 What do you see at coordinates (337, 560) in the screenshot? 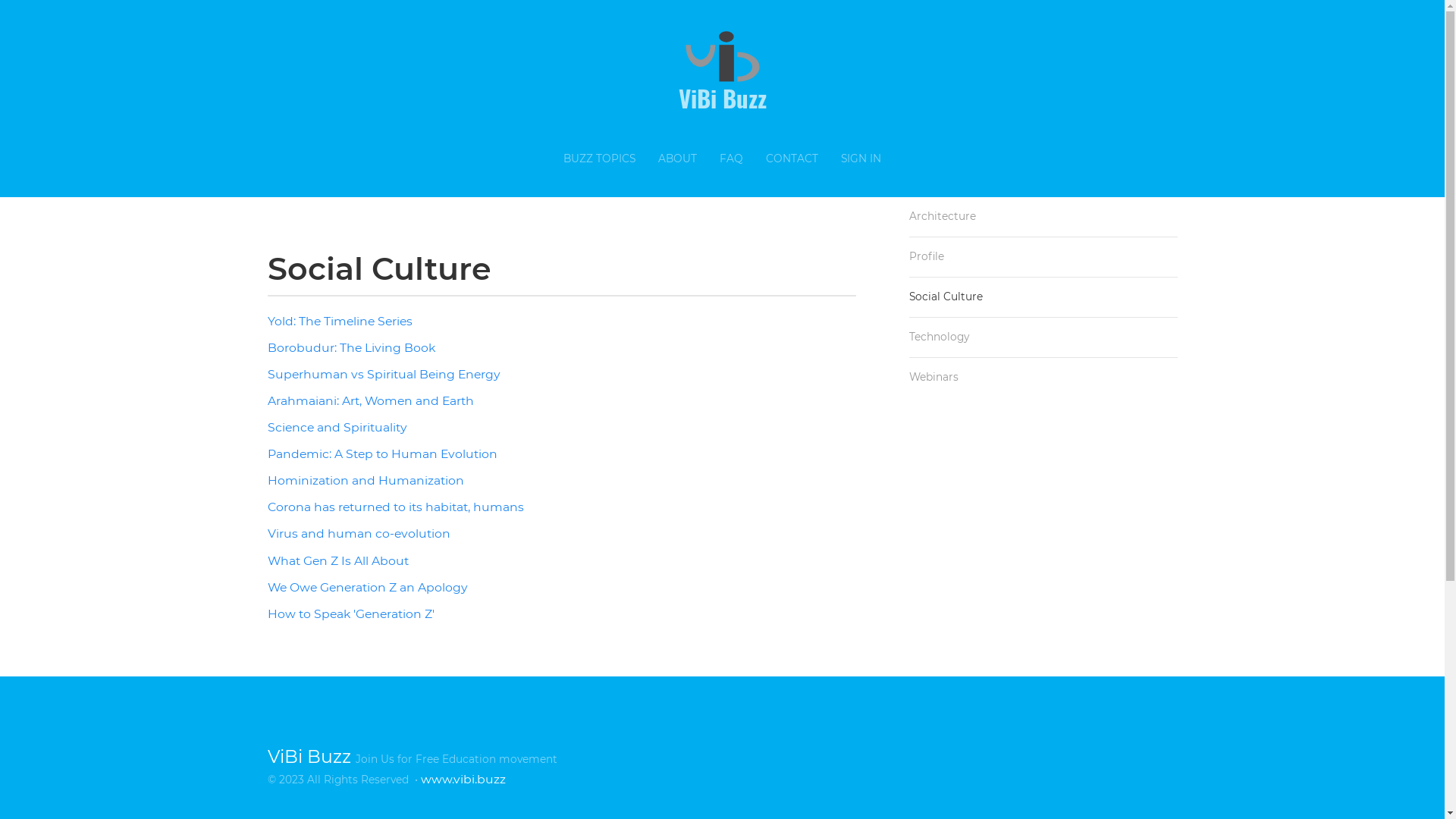
I see `'What Gen Z Is All About'` at bounding box center [337, 560].